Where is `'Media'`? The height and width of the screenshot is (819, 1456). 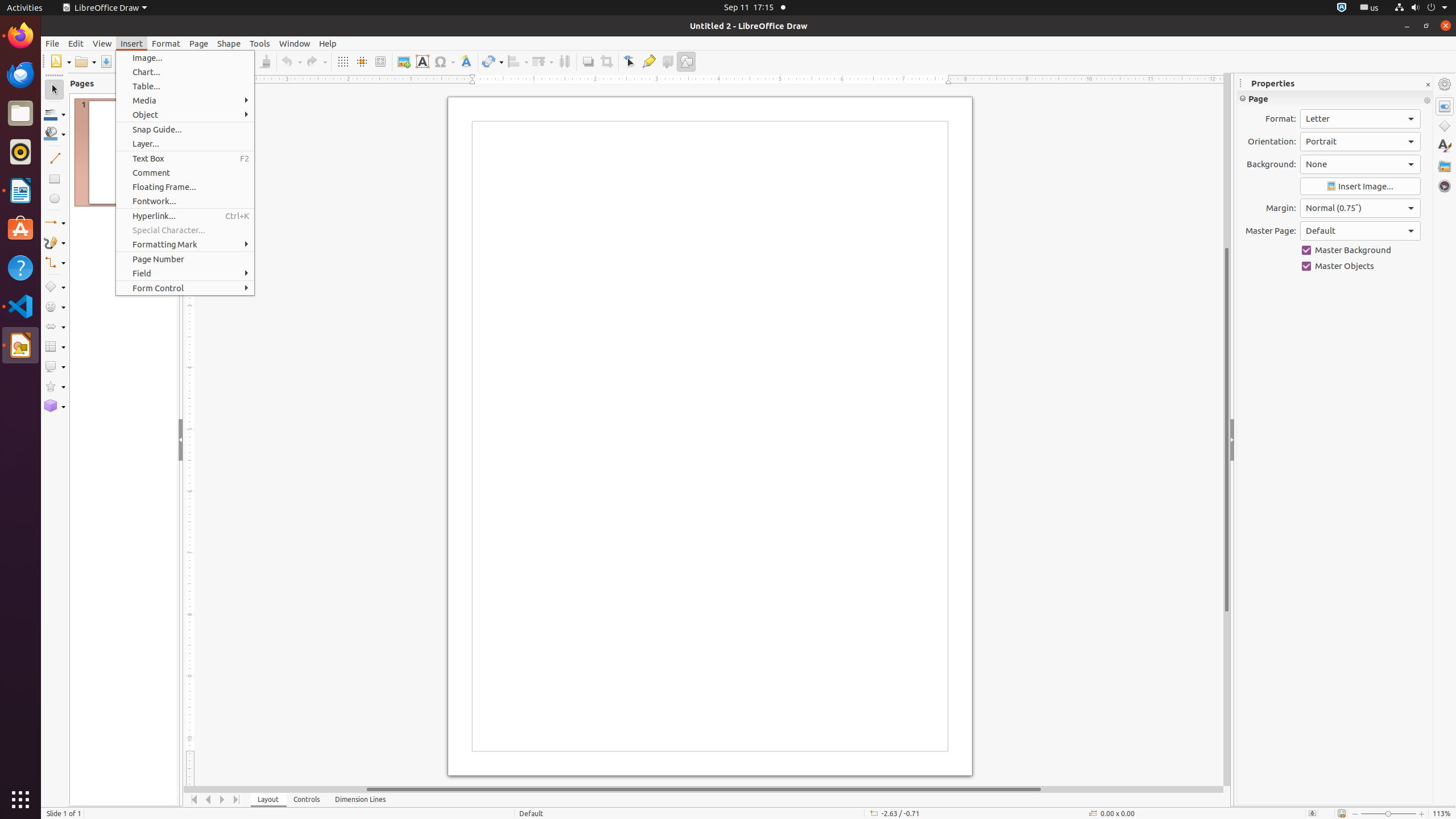 'Media' is located at coordinates (185, 100).